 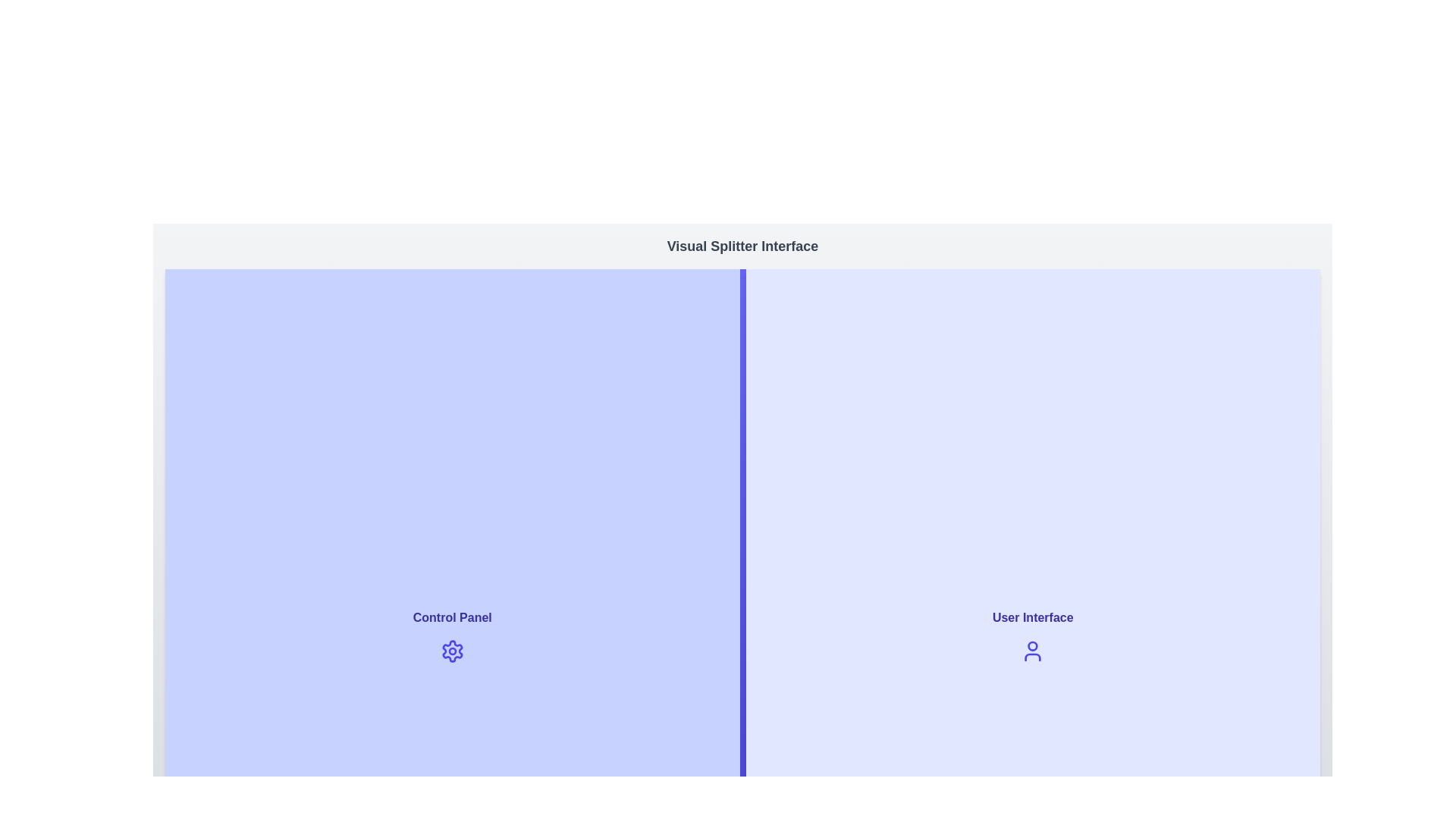 I want to click on the Circle SVG graphic that represents the head portion of the user icon, located in the User Interface section of the page, so click(x=1032, y=646).